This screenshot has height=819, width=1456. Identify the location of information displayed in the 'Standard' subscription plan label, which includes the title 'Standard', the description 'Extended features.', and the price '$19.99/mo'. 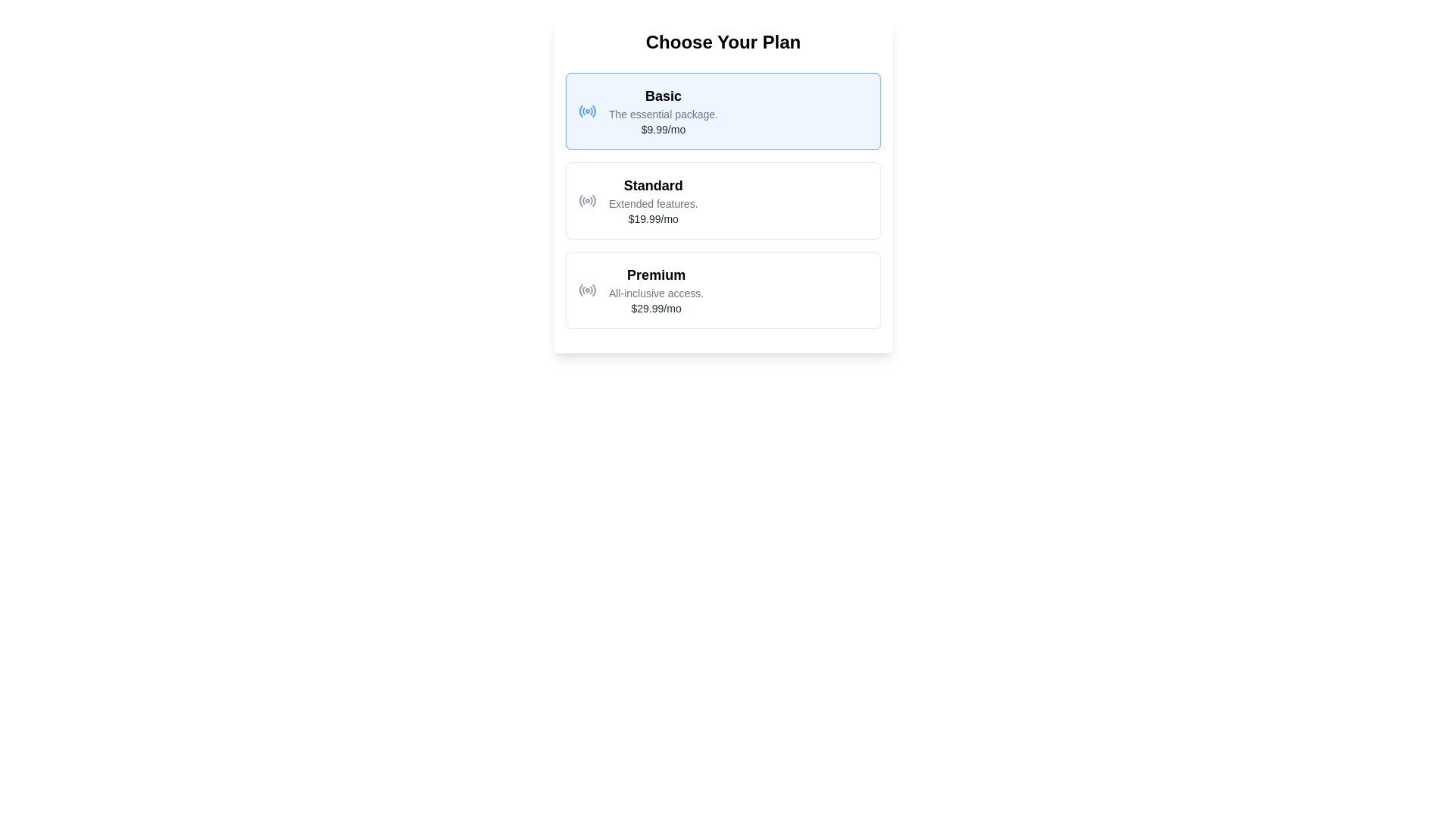
(653, 200).